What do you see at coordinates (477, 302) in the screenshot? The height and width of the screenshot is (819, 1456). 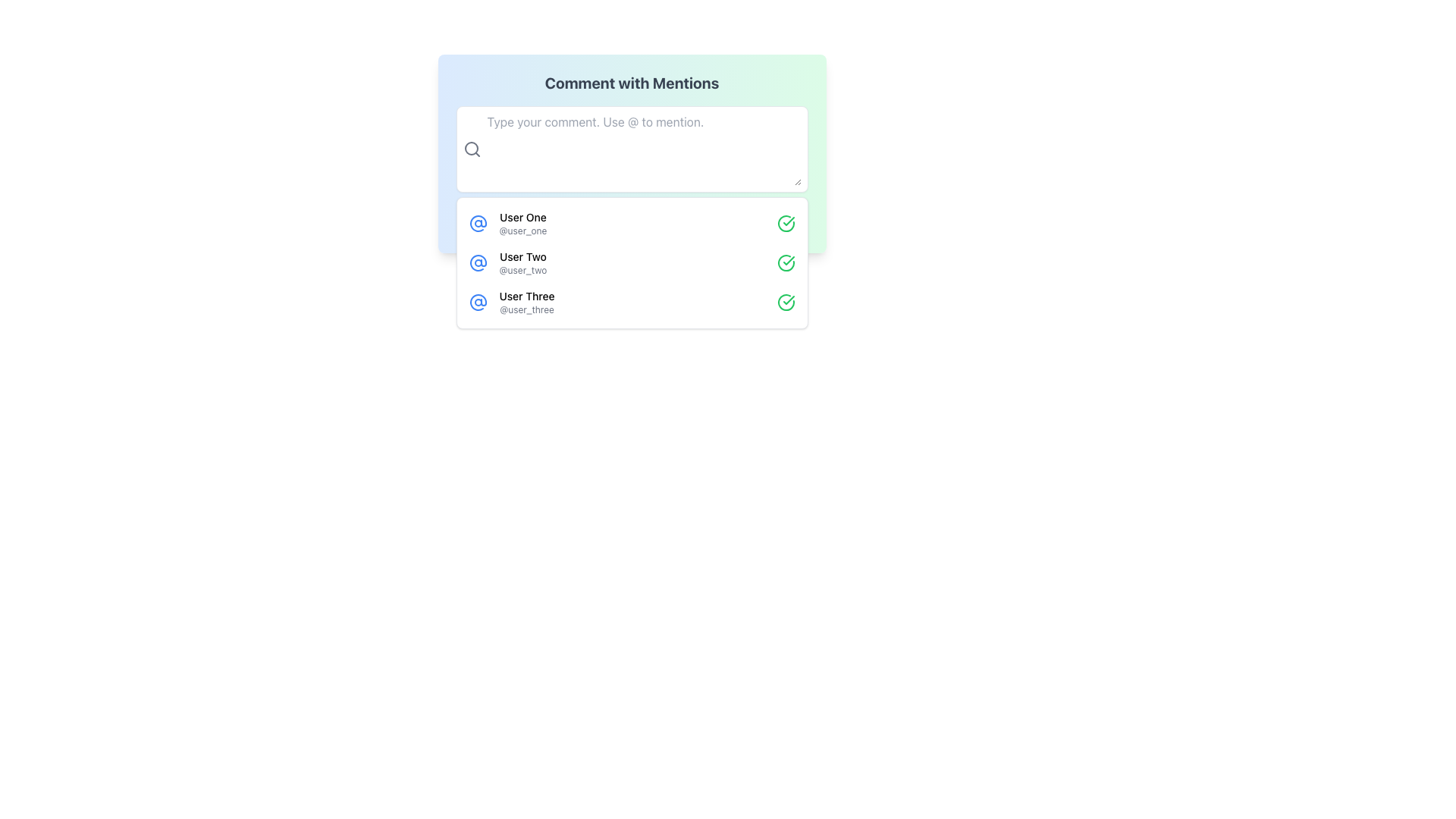 I see `the blue '@' icon located to the left of the user labels 'User Three' and '@user_three' within the list entry` at bounding box center [477, 302].